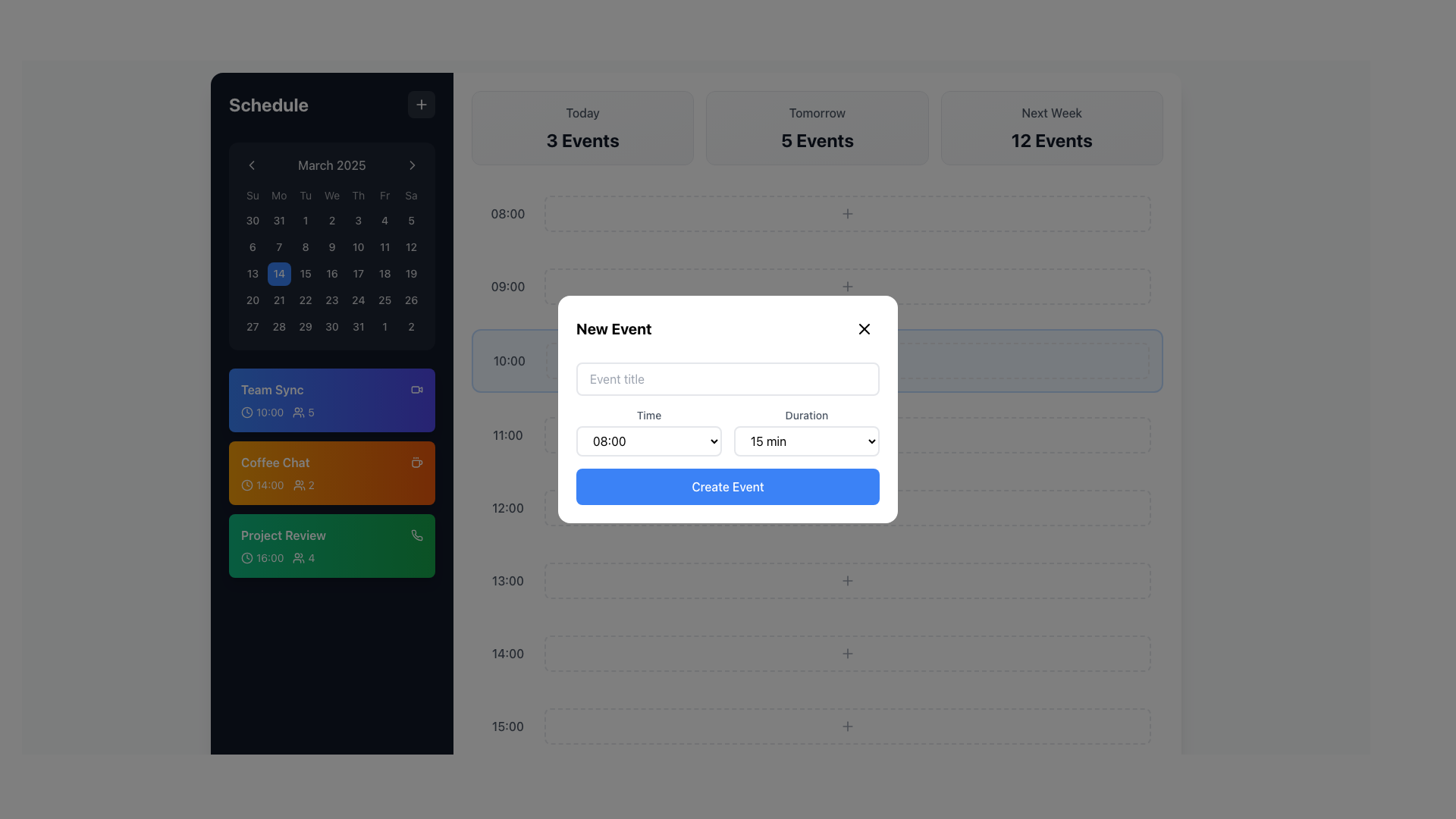 The width and height of the screenshot is (1456, 819). I want to click on the time label displaying '16:00' with a clock icon, which is part of the 'Project Review' section on a green background, so click(262, 558).